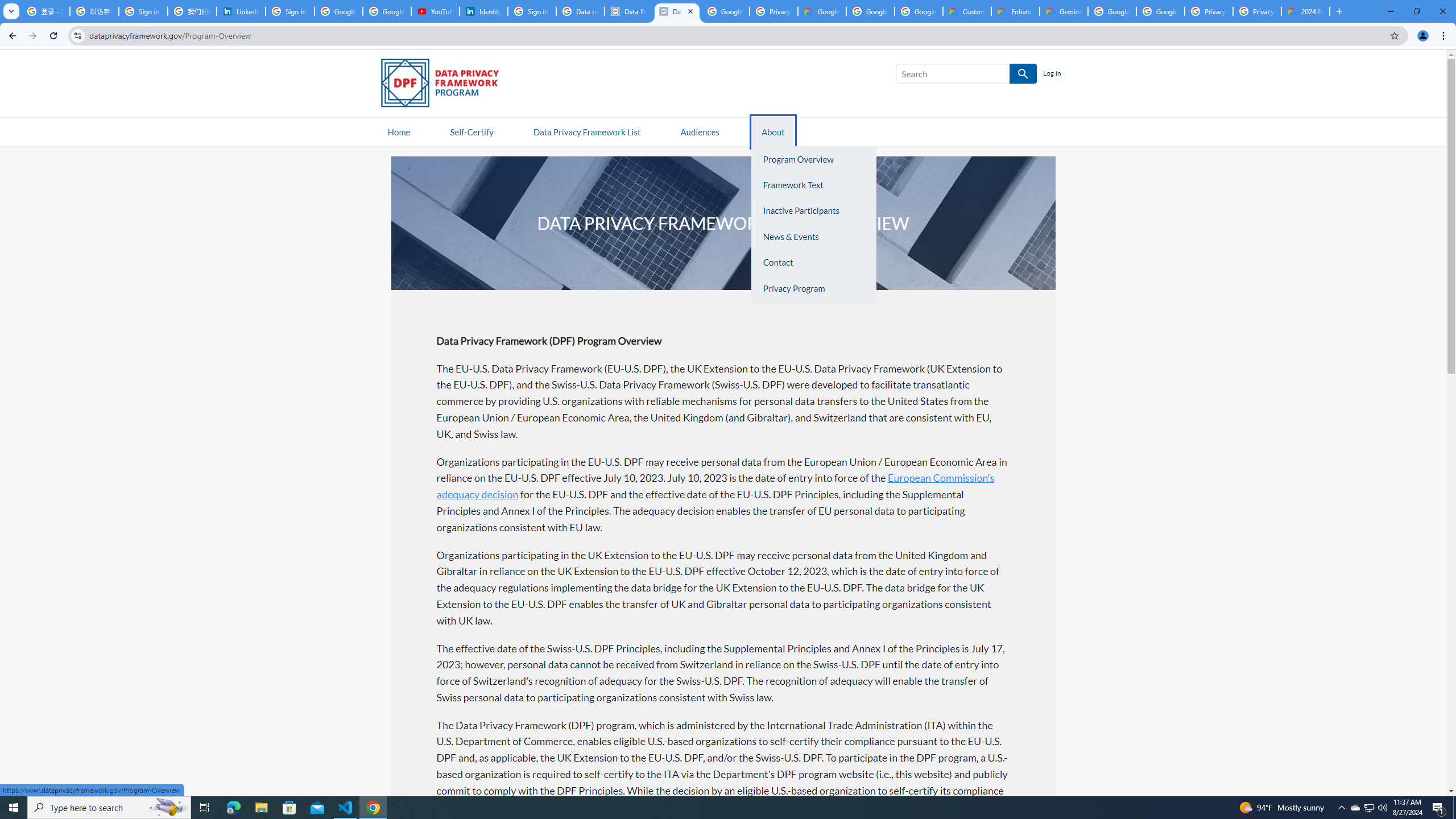 The height and width of the screenshot is (819, 1456). I want to click on 'Framework Text', so click(813, 185).